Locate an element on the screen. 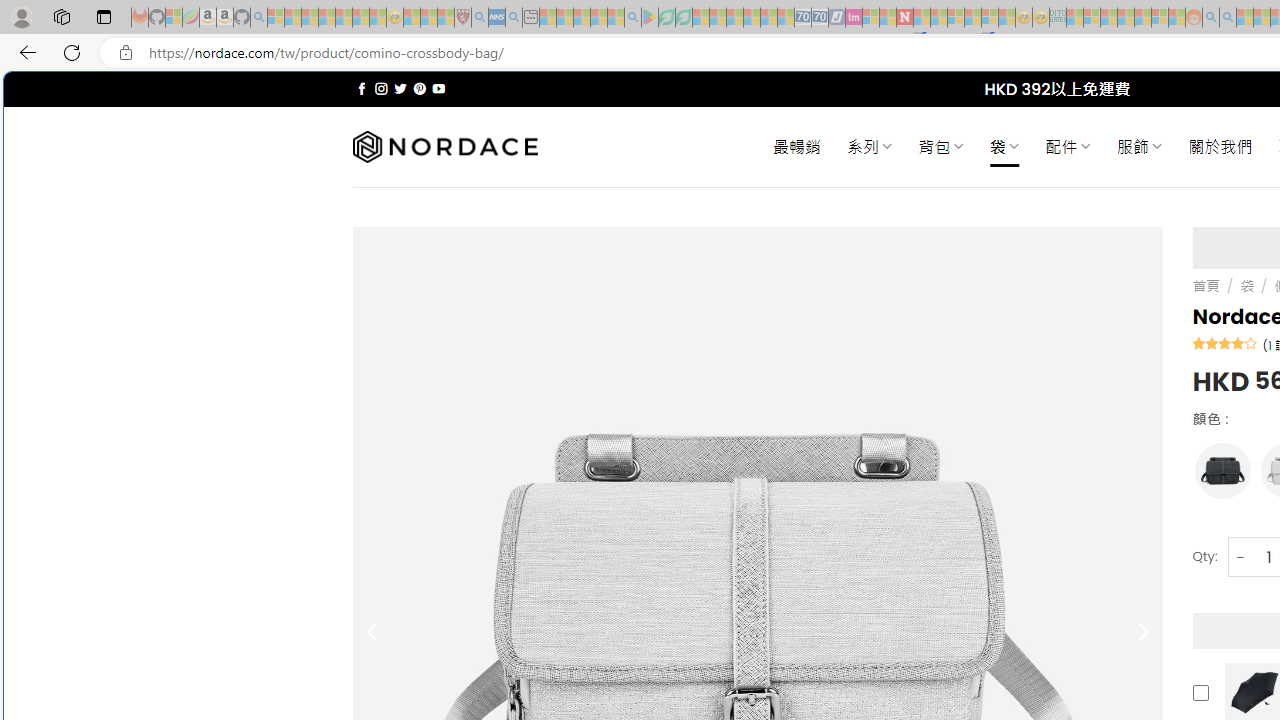 Image resolution: width=1280 pixels, height=720 pixels. 'Add this product to cart' is located at coordinates (1200, 692).